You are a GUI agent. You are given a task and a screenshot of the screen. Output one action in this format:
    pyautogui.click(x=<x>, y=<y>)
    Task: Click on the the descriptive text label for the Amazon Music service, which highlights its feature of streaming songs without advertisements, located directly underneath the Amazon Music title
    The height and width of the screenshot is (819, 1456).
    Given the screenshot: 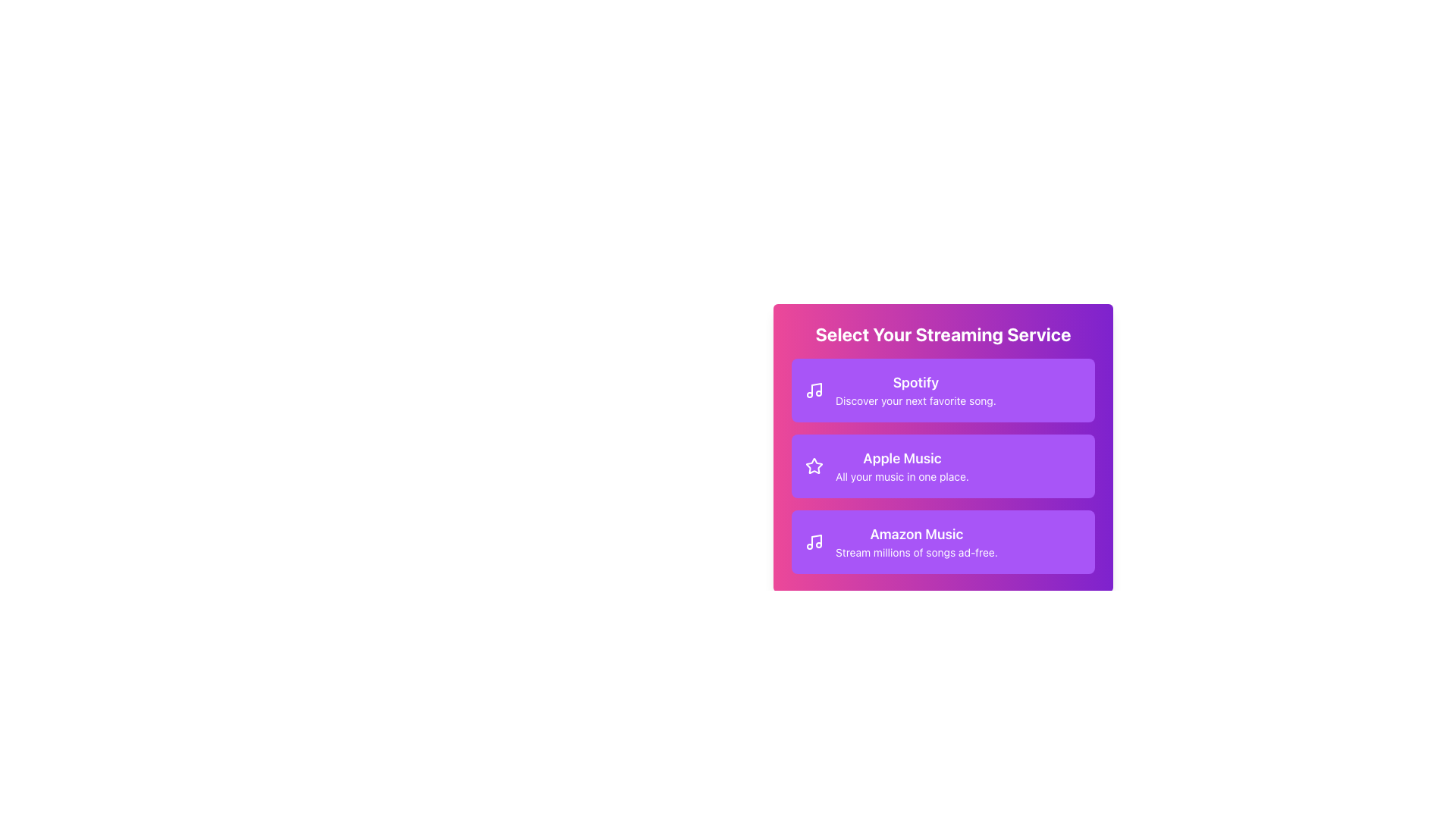 What is the action you would take?
    pyautogui.click(x=915, y=553)
    